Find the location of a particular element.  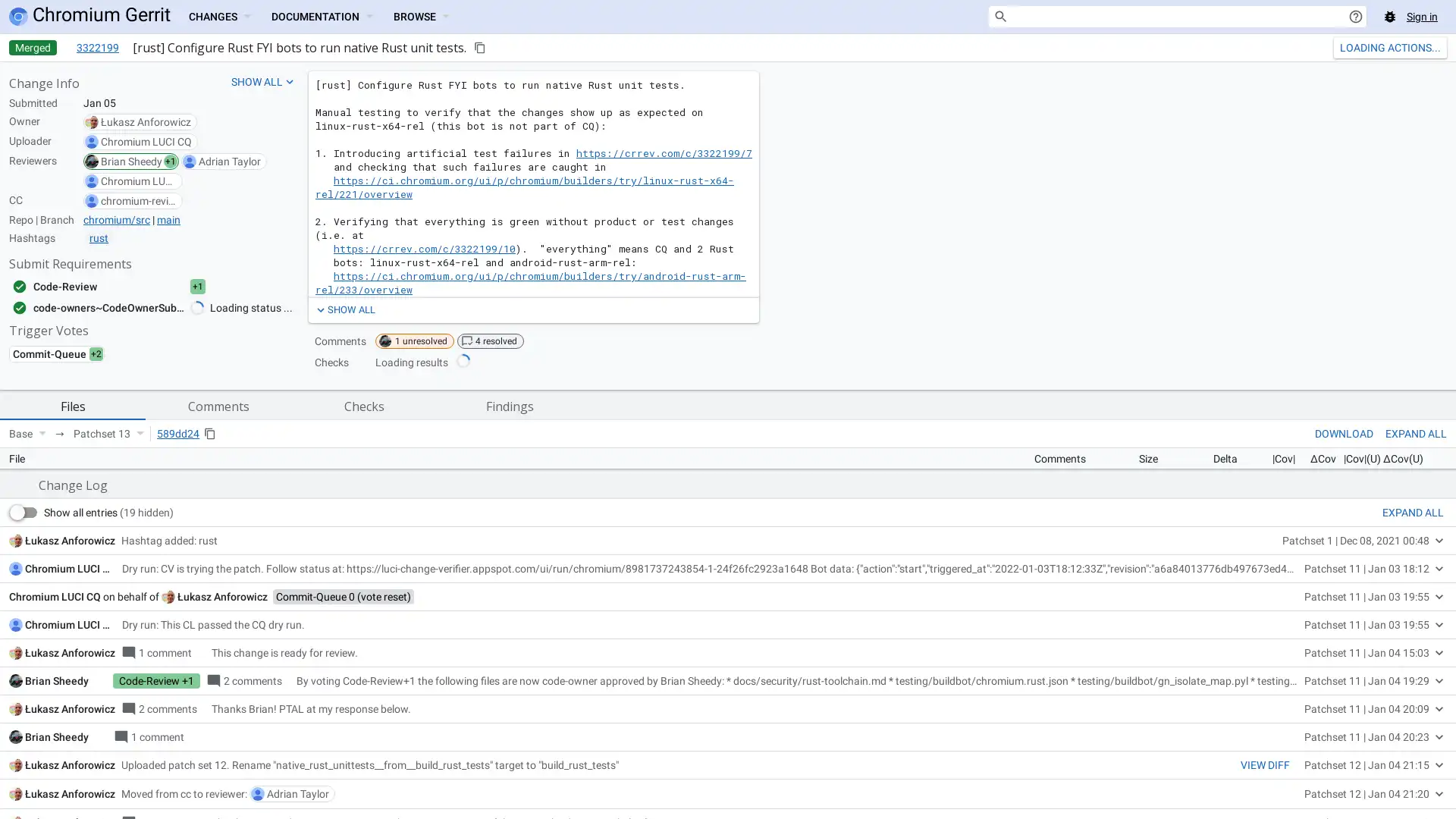

INTERNAL is located at coordinates (1316, 660).